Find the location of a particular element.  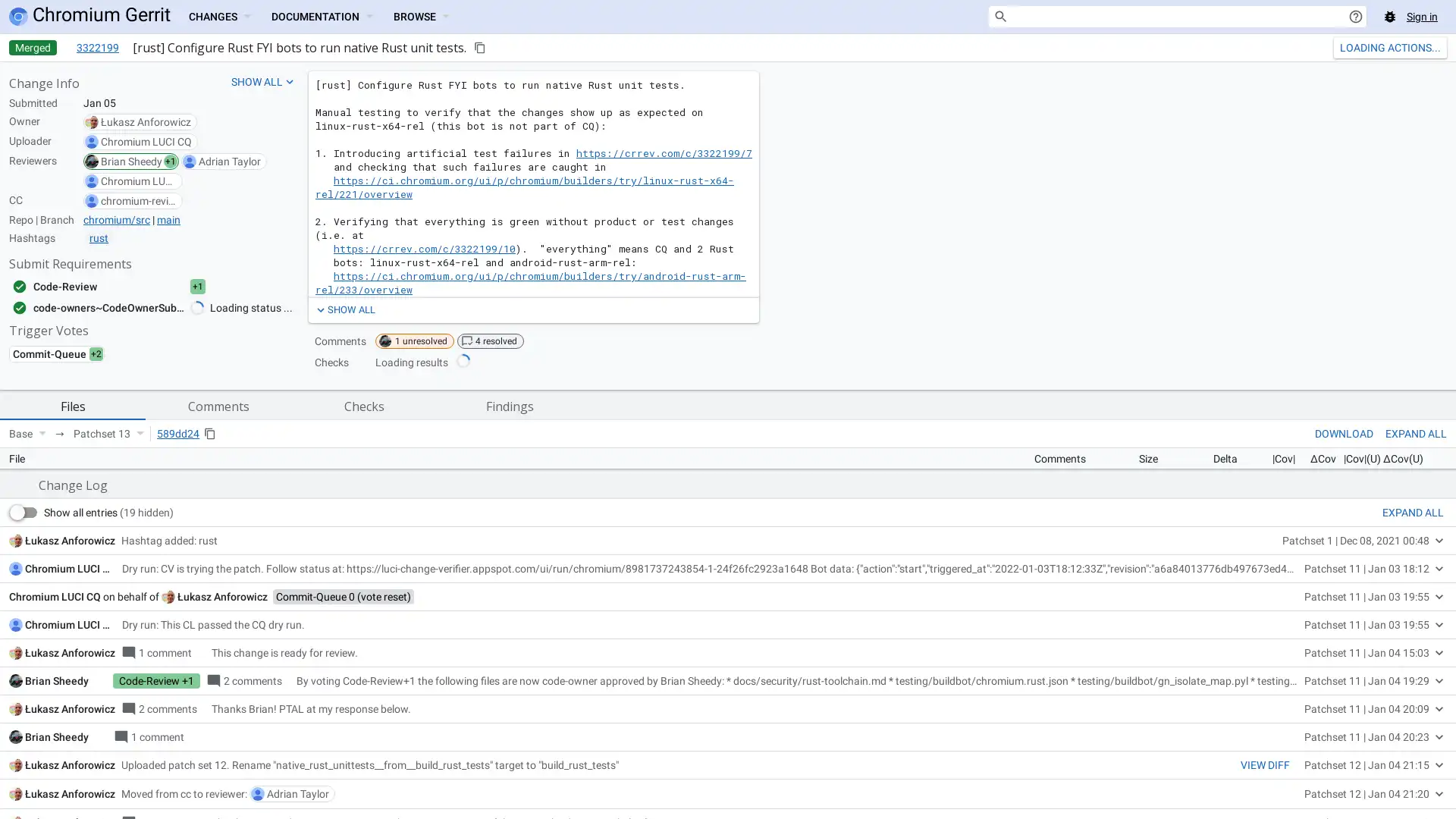

INTERNAL is located at coordinates (1316, 660).